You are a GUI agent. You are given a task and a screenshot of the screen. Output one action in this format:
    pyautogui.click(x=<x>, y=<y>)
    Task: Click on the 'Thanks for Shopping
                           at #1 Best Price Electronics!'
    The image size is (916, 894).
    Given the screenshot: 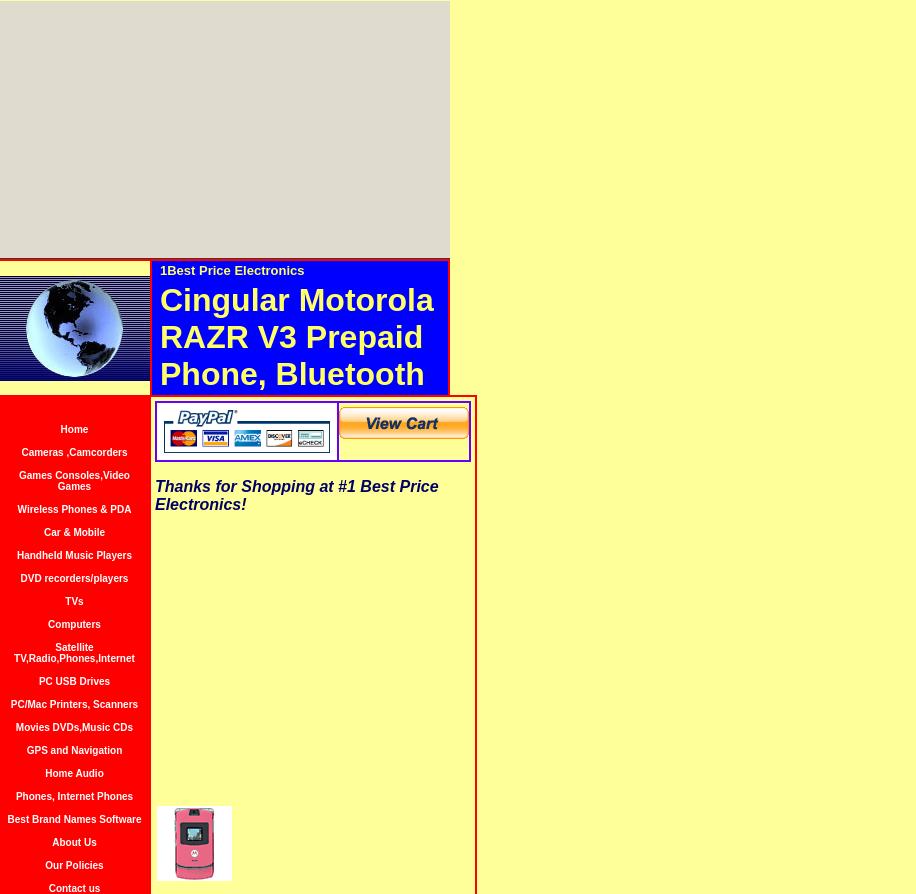 What is the action you would take?
    pyautogui.click(x=295, y=494)
    